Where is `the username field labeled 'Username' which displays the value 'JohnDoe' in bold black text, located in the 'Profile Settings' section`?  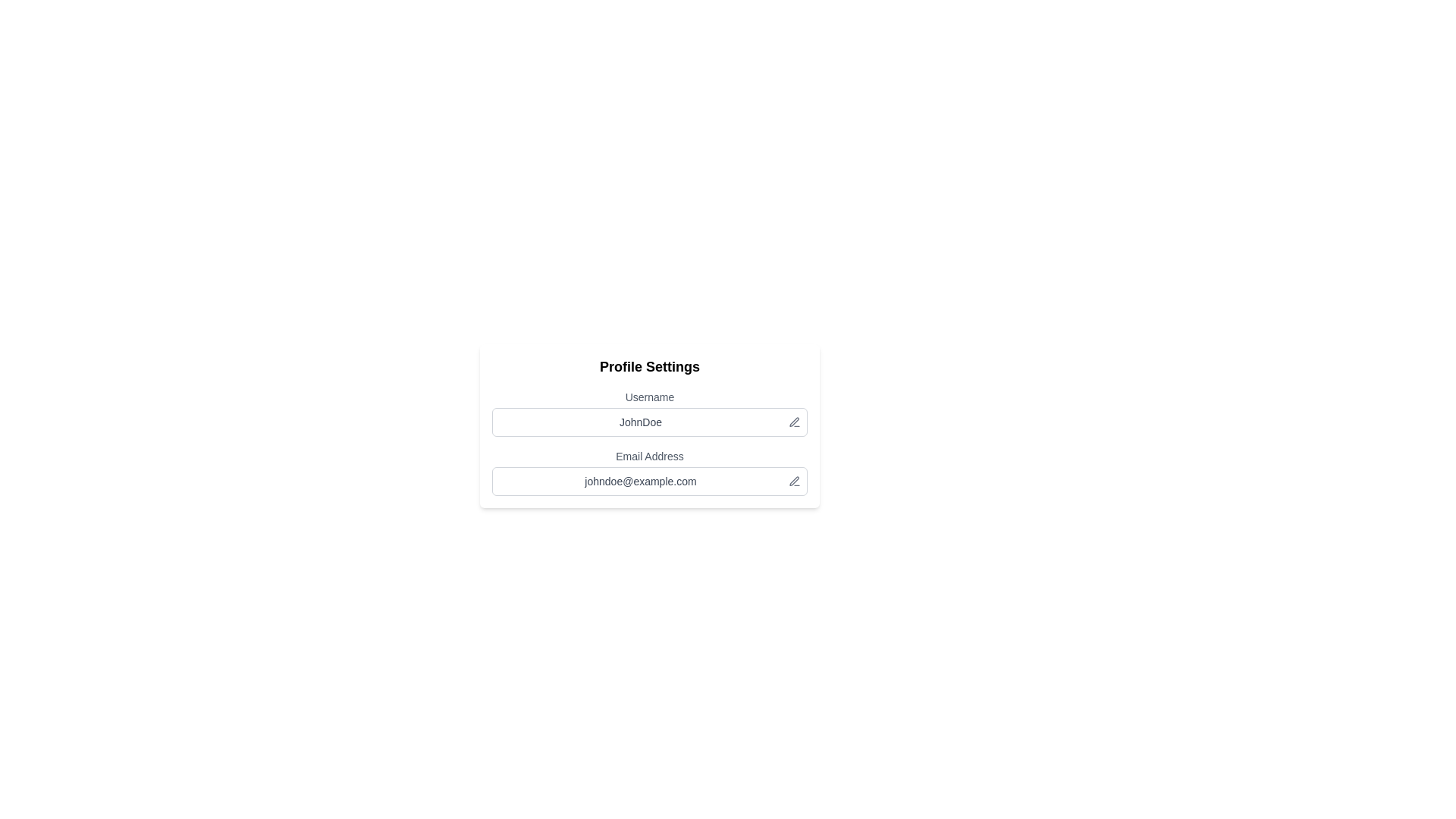 the username field labeled 'Username' which displays the value 'JohnDoe' in bold black text, located in the 'Profile Settings' section is located at coordinates (650, 413).